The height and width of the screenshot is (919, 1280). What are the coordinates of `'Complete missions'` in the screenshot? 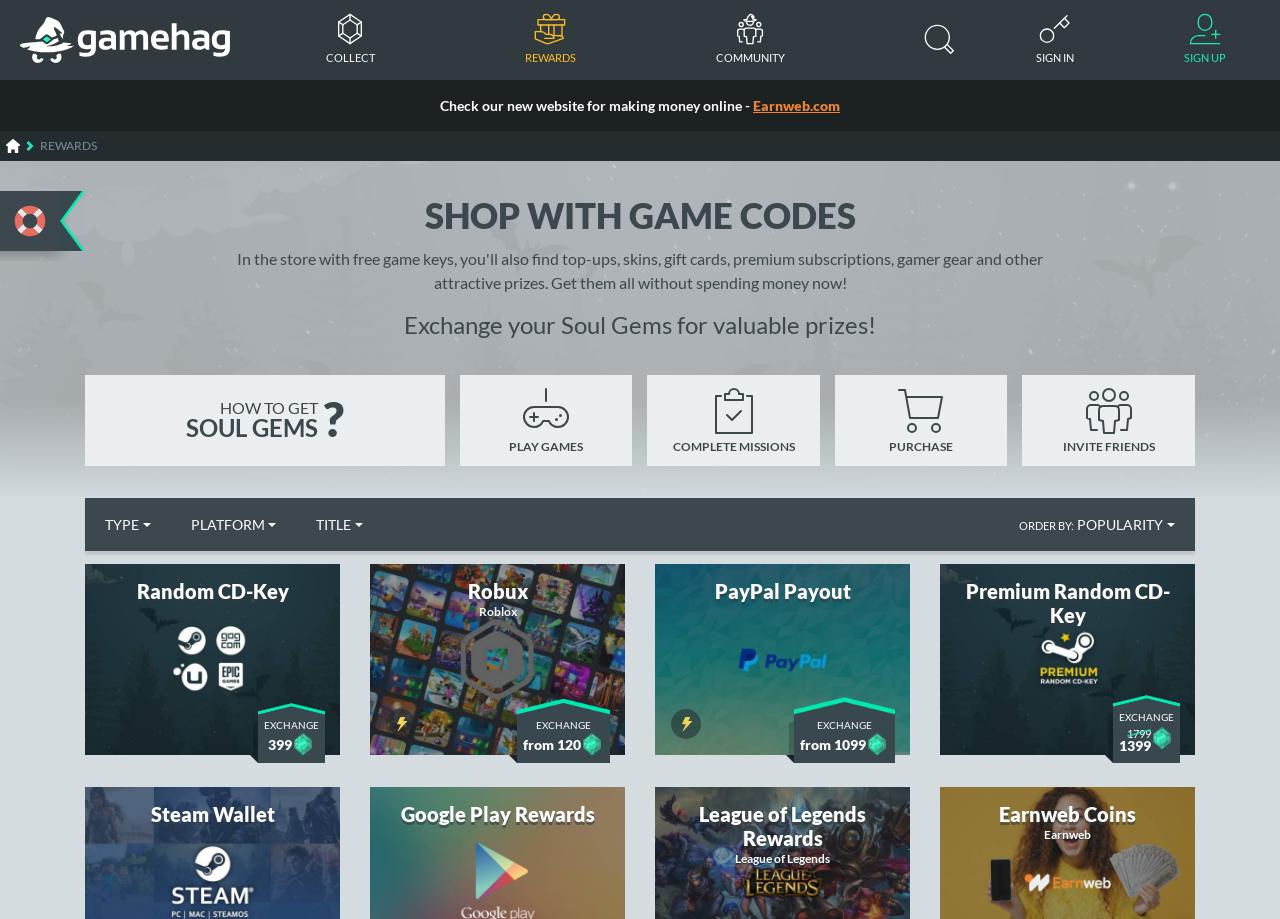 It's located at (732, 445).